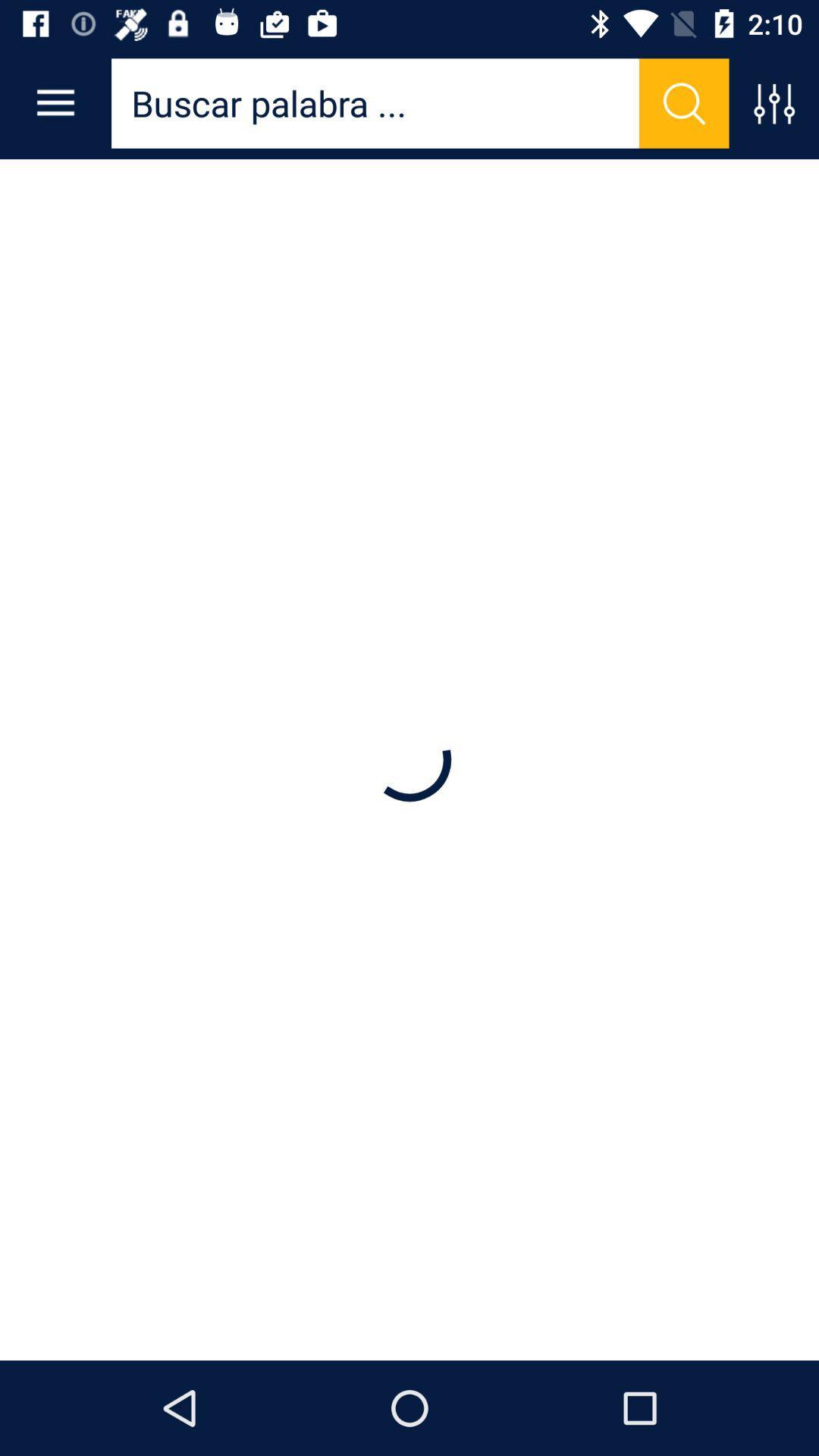  Describe the element at coordinates (684, 102) in the screenshot. I see `search typed query` at that location.